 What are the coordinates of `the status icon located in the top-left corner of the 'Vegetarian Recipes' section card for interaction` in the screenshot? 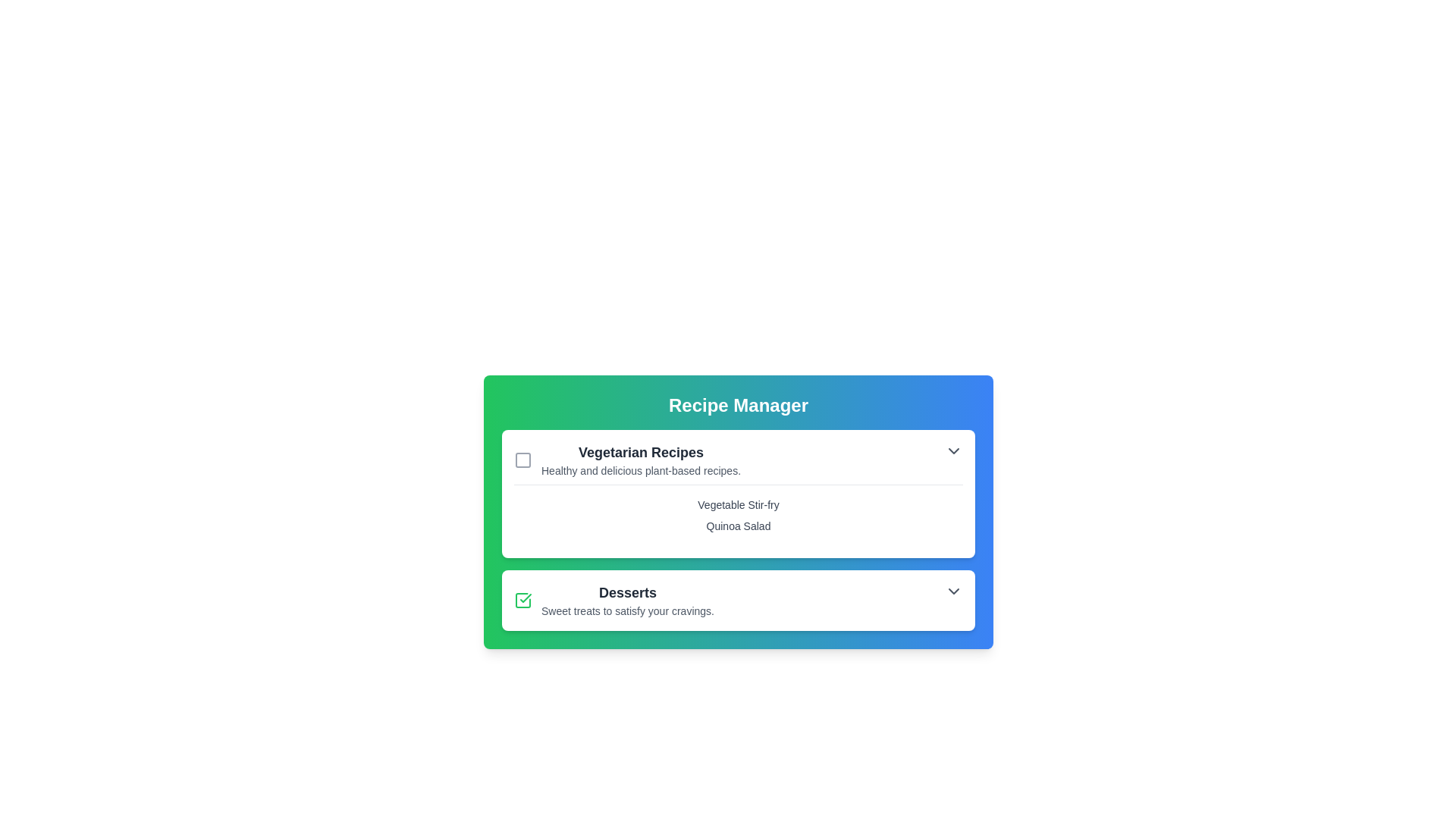 It's located at (523, 459).